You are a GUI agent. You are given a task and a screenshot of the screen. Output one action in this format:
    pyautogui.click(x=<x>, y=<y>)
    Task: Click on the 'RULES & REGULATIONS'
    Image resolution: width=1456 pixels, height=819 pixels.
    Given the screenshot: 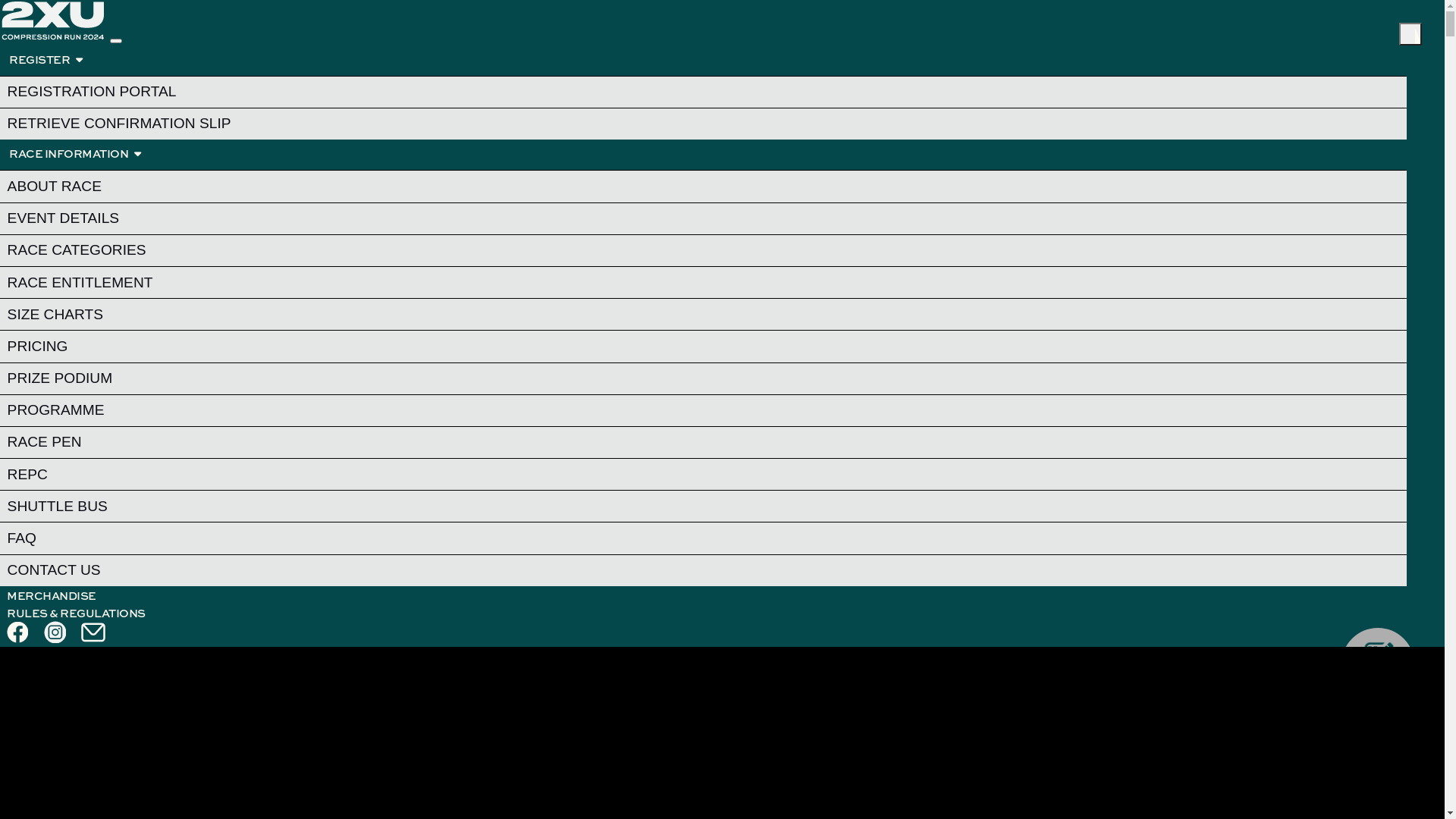 What is the action you would take?
    pyautogui.click(x=75, y=613)
    